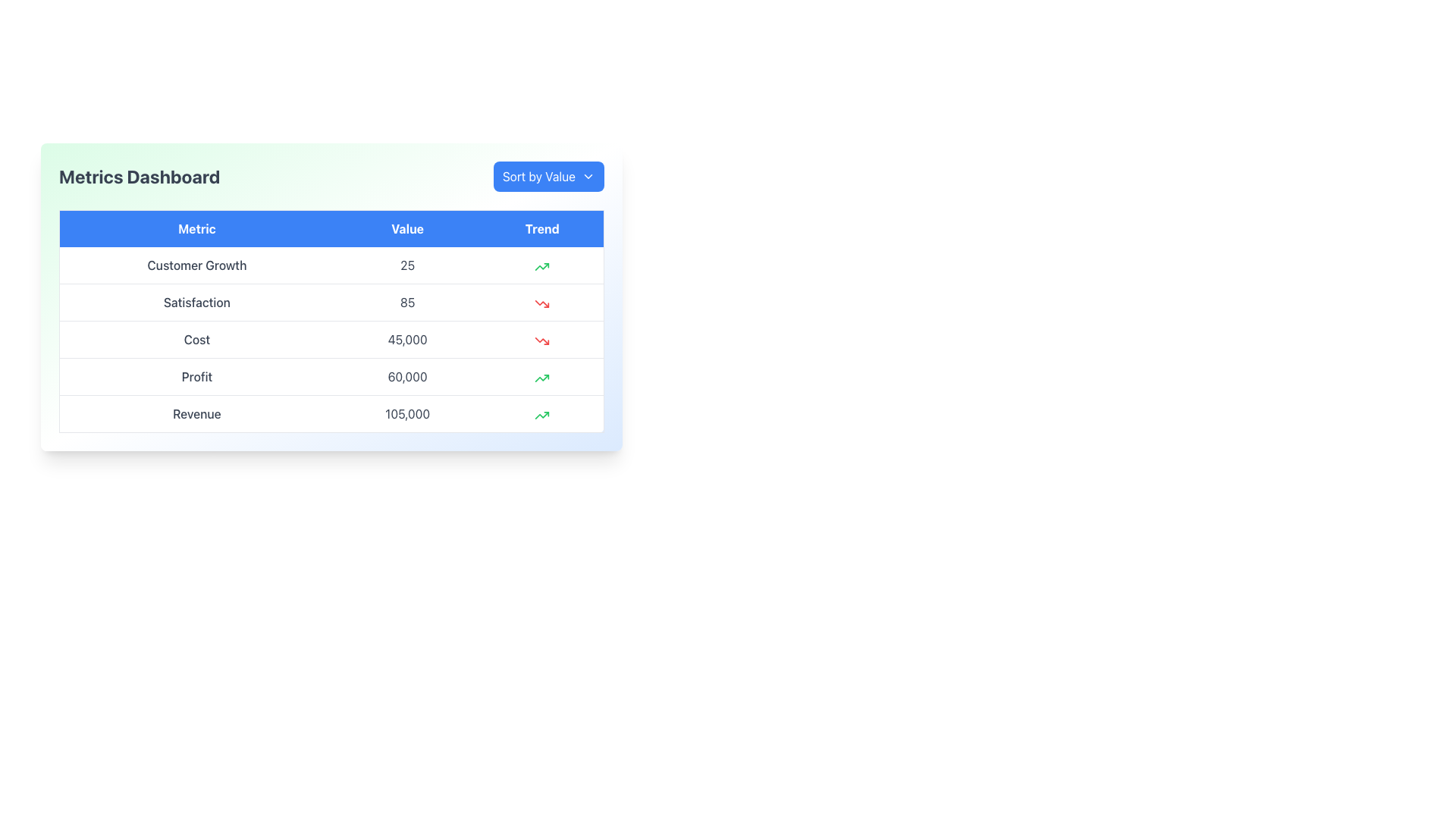 The width and height of the screenshot is (1456, 819). Describe the element at coordinates (548, 175) in the screenshot. I see `the sorting button located at the top-right corner of the interface, aligned horizontally with the 'Metrics Dashboard' title` at that location.